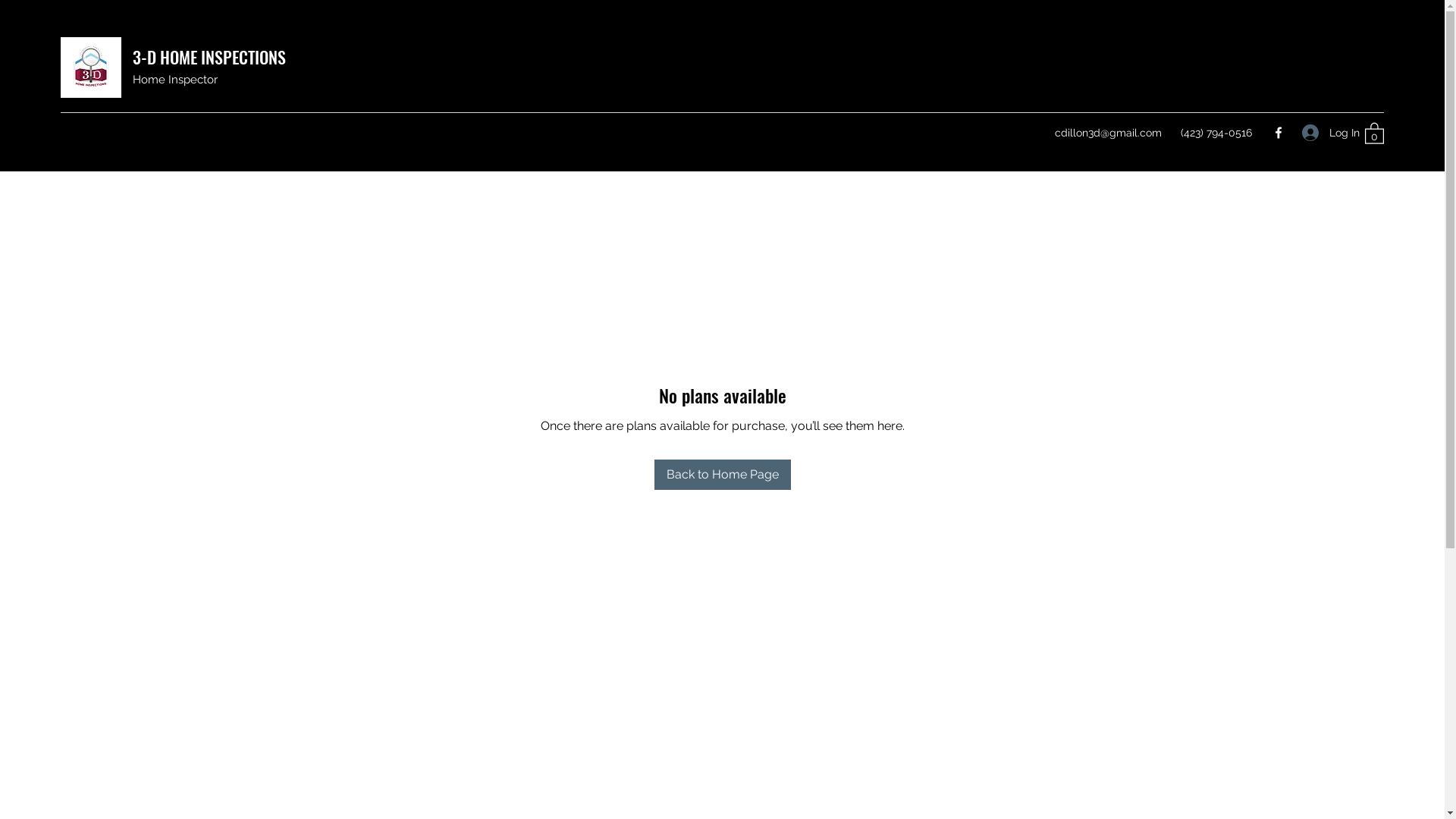 This screenshot has width=1456, height=819. I want to click on '3-D HOME INSPECTIONS', so click(208, 55).